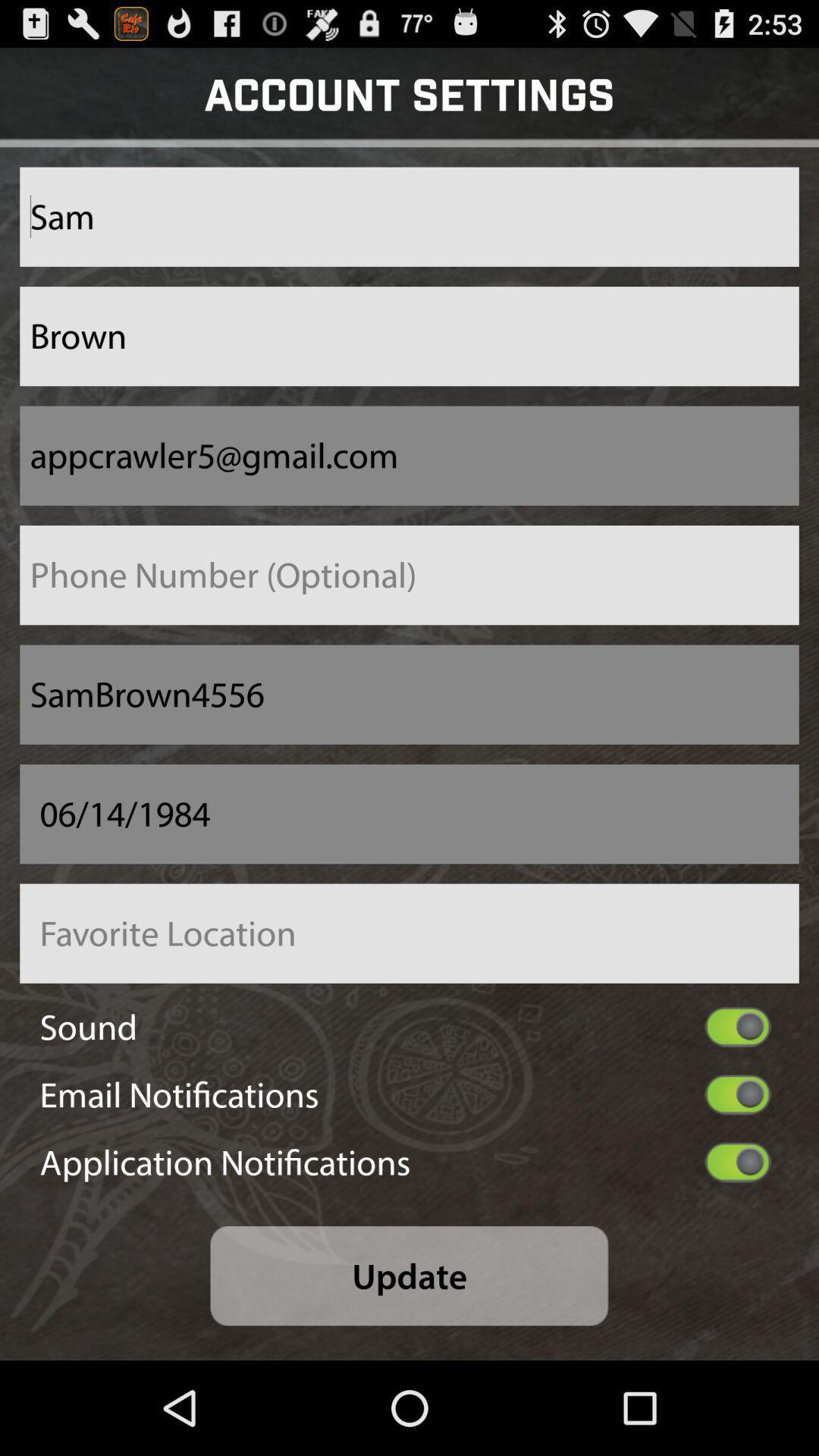 The width and height of the screenshot is (819, 1456). I want to click on enter phone number, so click(409, 574).